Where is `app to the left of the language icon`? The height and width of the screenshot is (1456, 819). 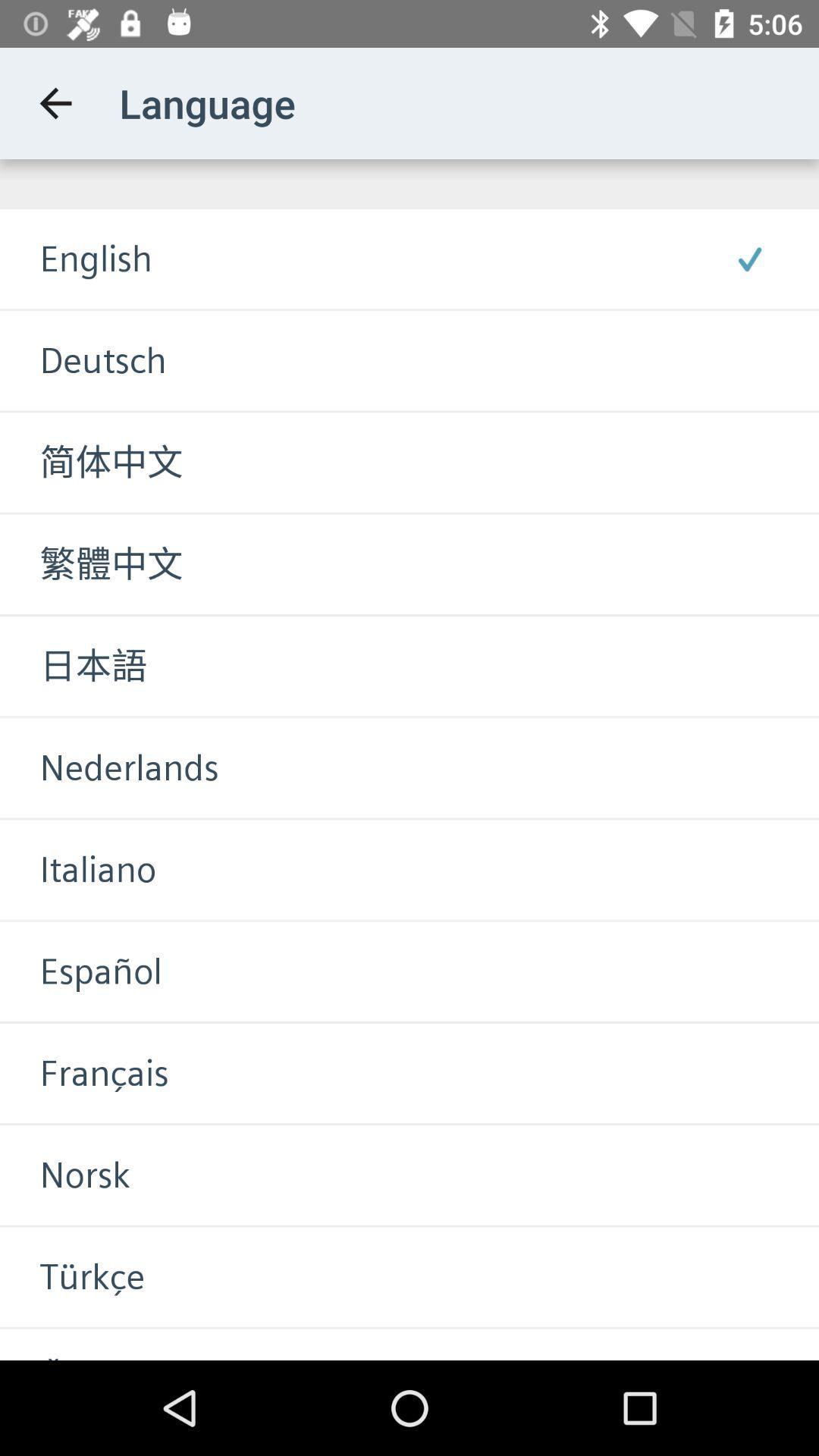
app to the left of the language icon is located at coordinates (55, 102).